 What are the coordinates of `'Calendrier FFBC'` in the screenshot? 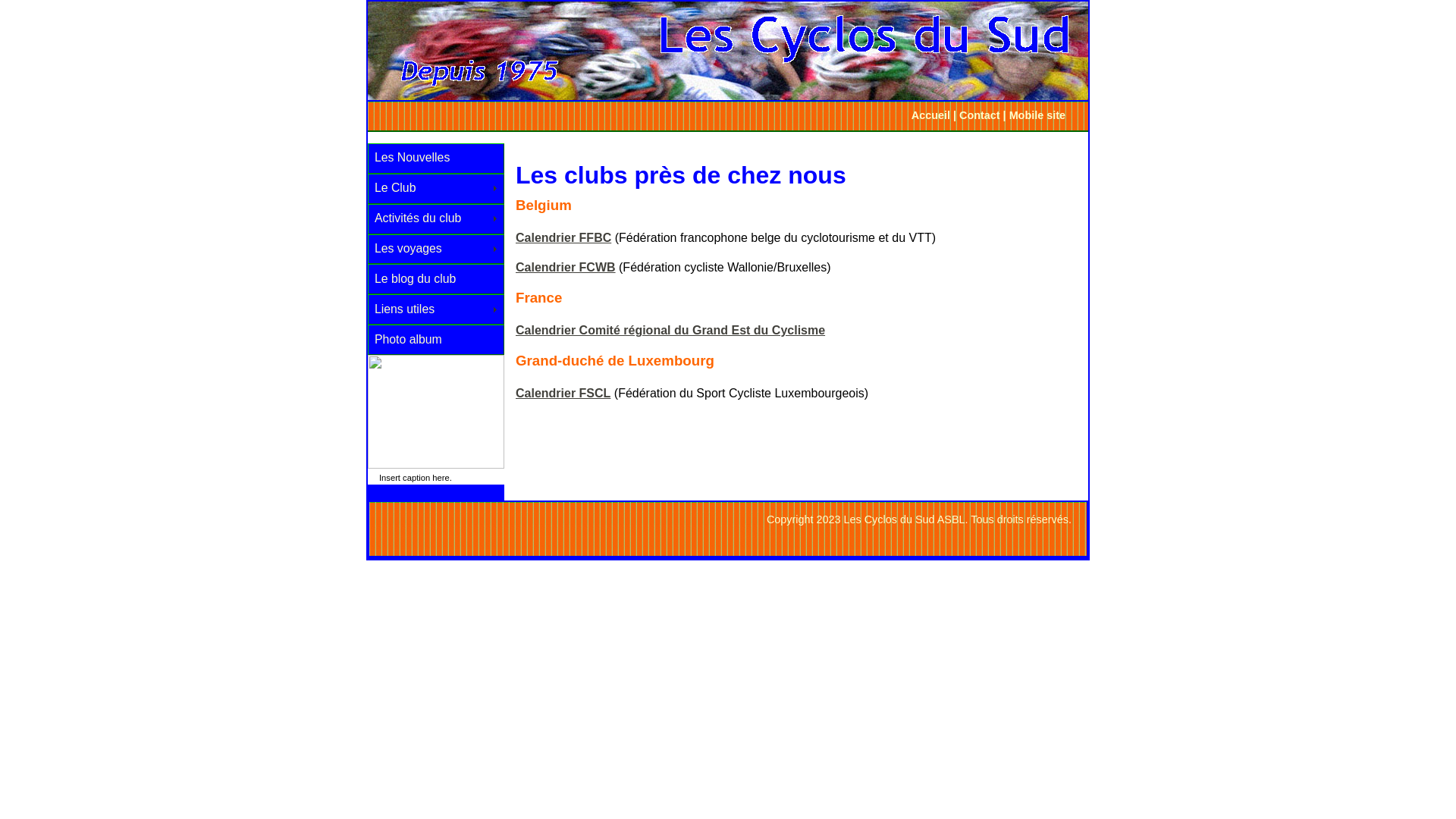 It's located at (563, 237).